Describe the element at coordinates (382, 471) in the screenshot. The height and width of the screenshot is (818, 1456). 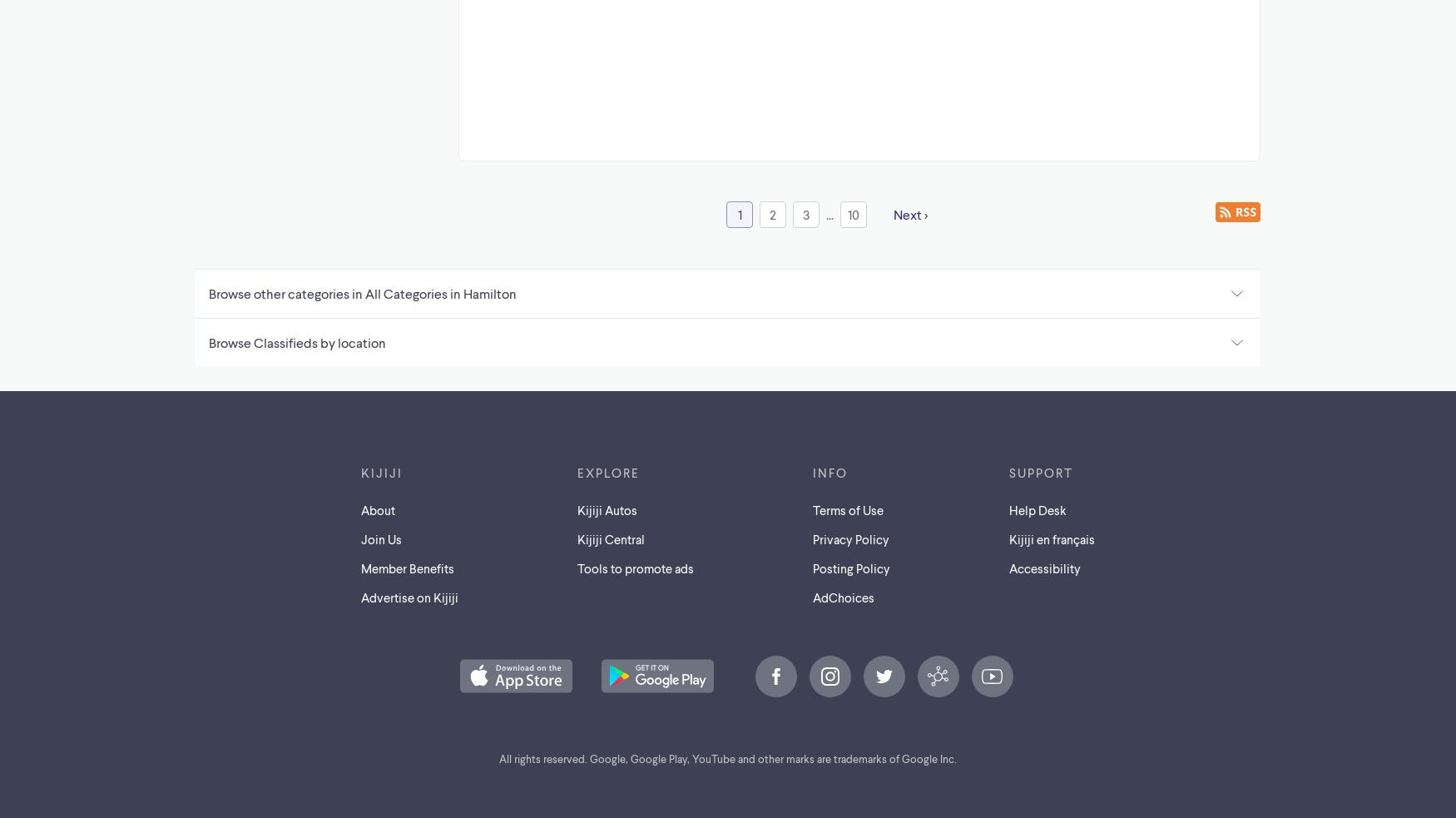
I see `'Kijiji'` at that location.